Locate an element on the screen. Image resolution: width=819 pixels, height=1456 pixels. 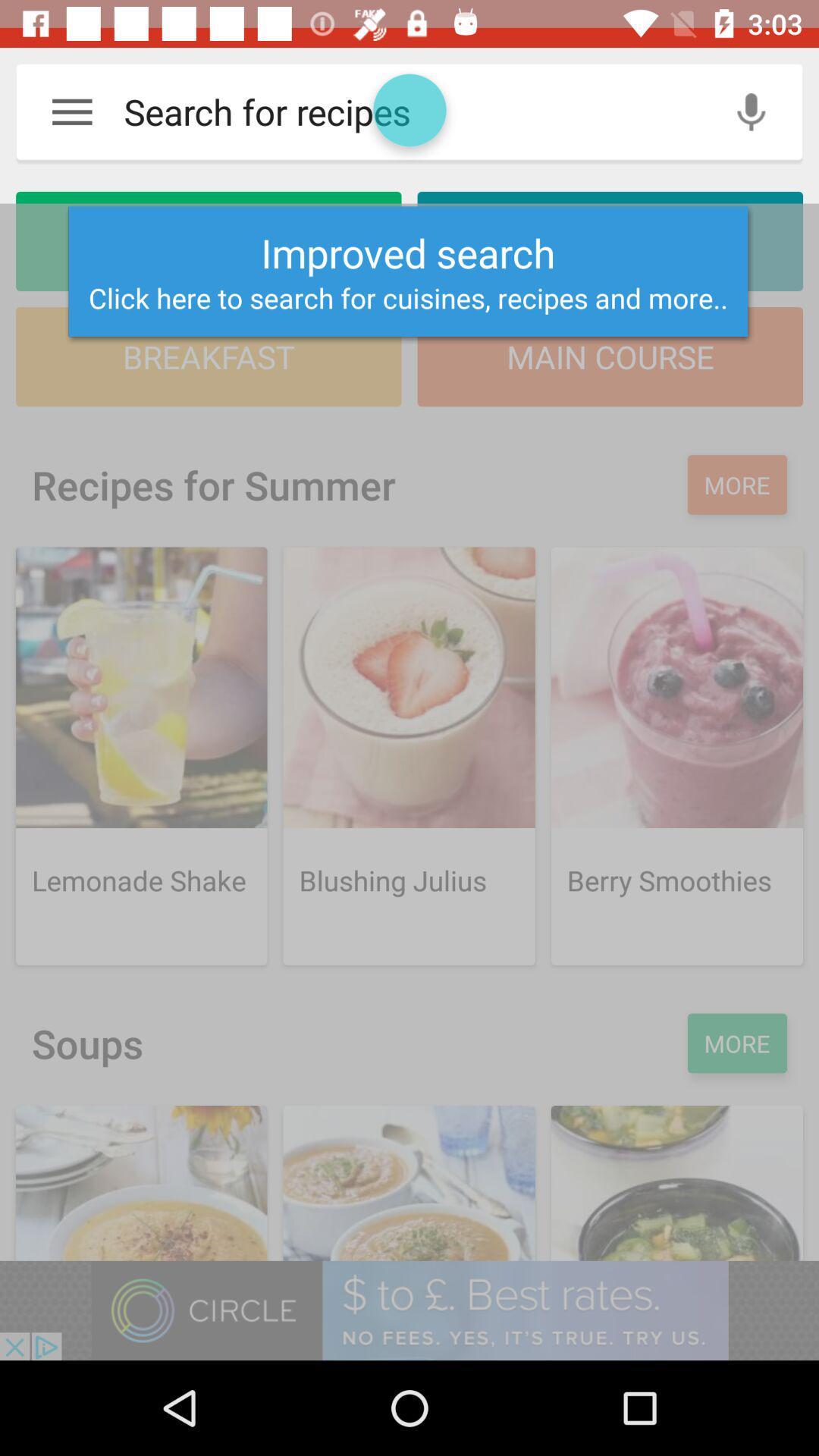
the green colored more button icon is located at coordinates (736, 1043).